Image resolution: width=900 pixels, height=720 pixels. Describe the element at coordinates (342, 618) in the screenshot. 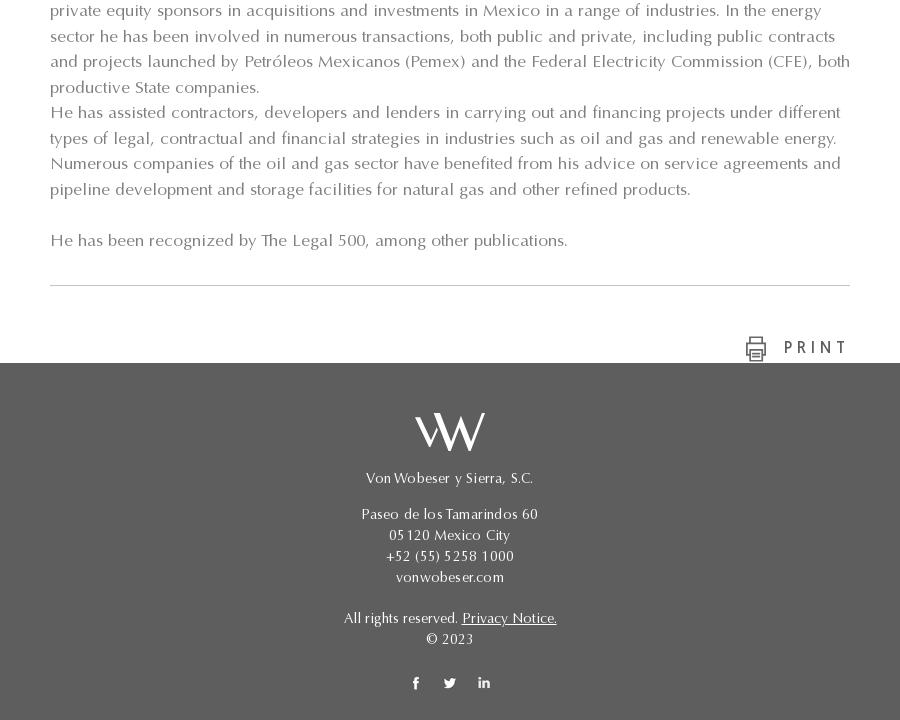

I see `'All rights reserved.'` at that location.